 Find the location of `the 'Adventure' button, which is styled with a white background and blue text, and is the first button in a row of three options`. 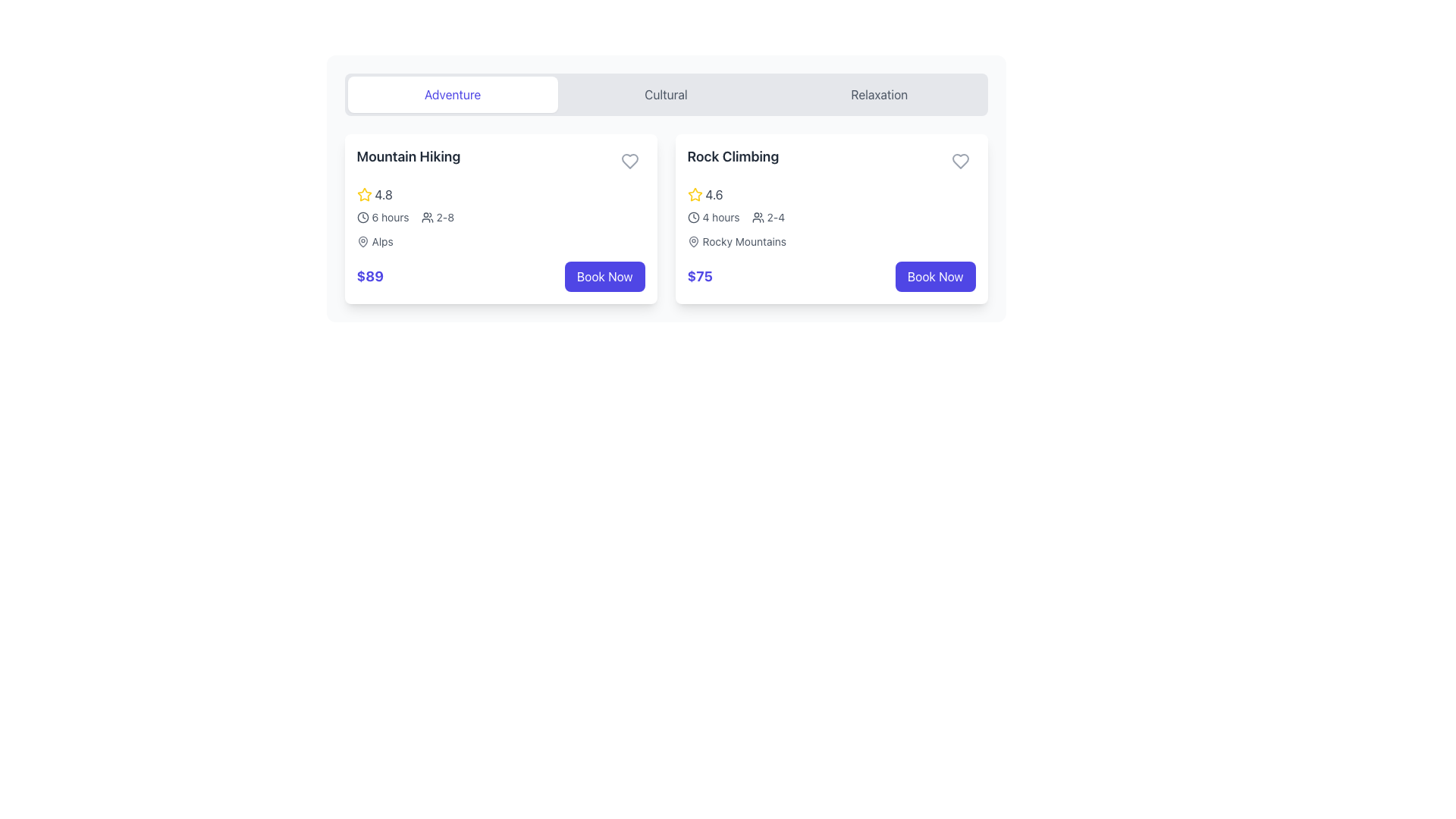

the 'Adventure' button, which is styled with a white background and blue text, and is the first button in a row of three options is located at coordinates (452, 94).